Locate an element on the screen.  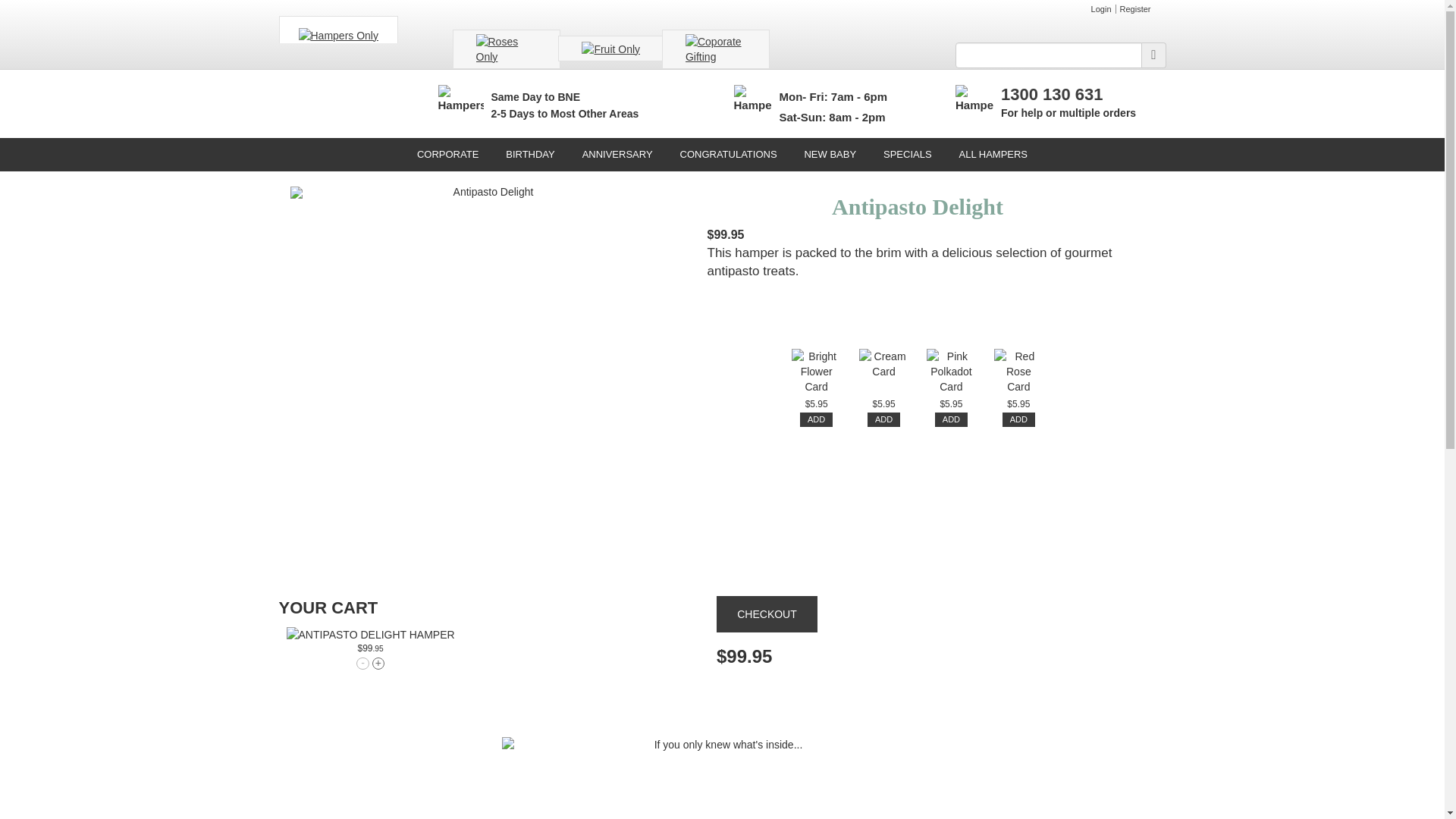
'Login' is located at coordinates (1102, 8).